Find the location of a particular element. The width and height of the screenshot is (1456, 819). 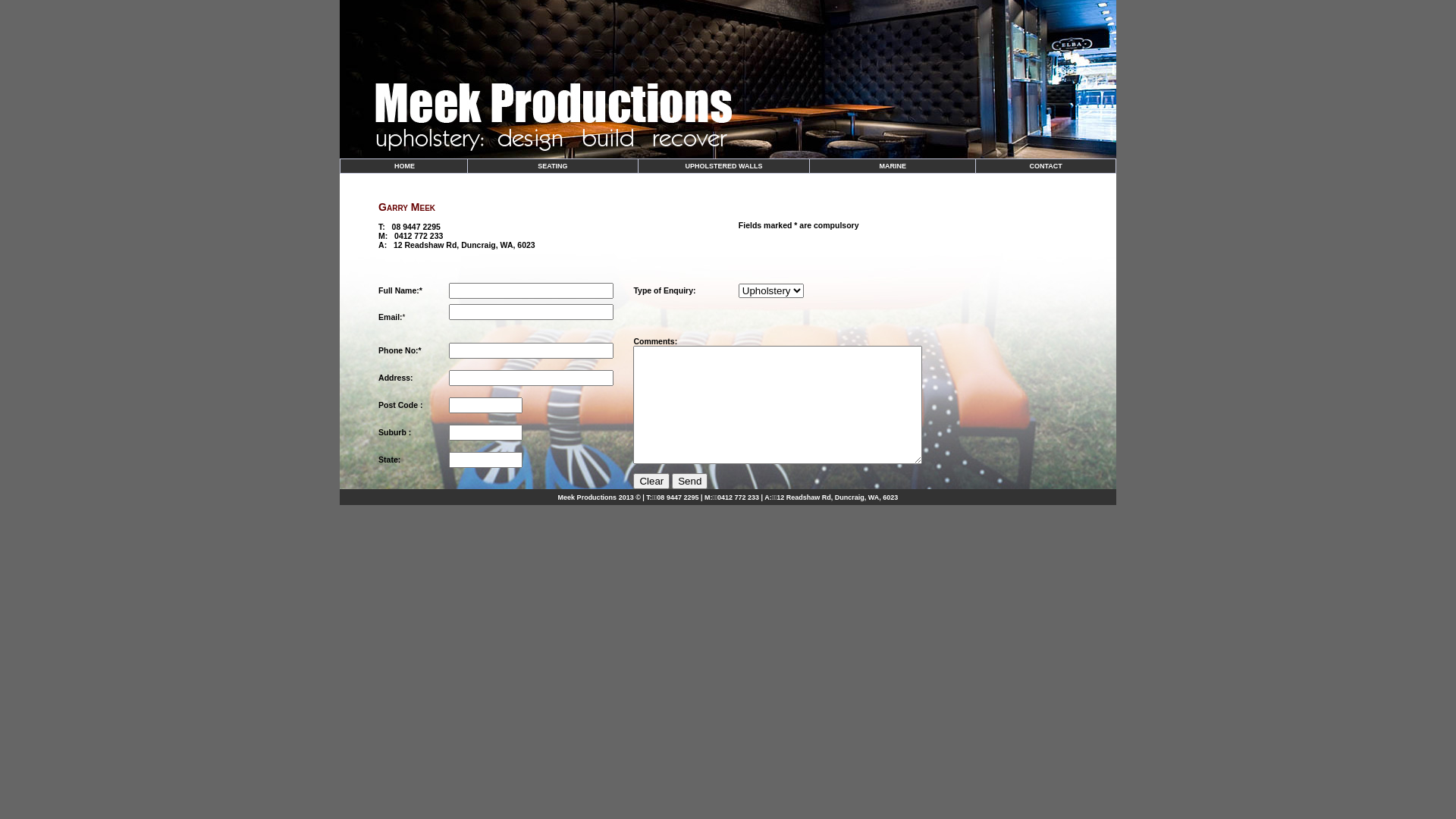

'Enter your Postcode' is located at coordinates (447, 404).